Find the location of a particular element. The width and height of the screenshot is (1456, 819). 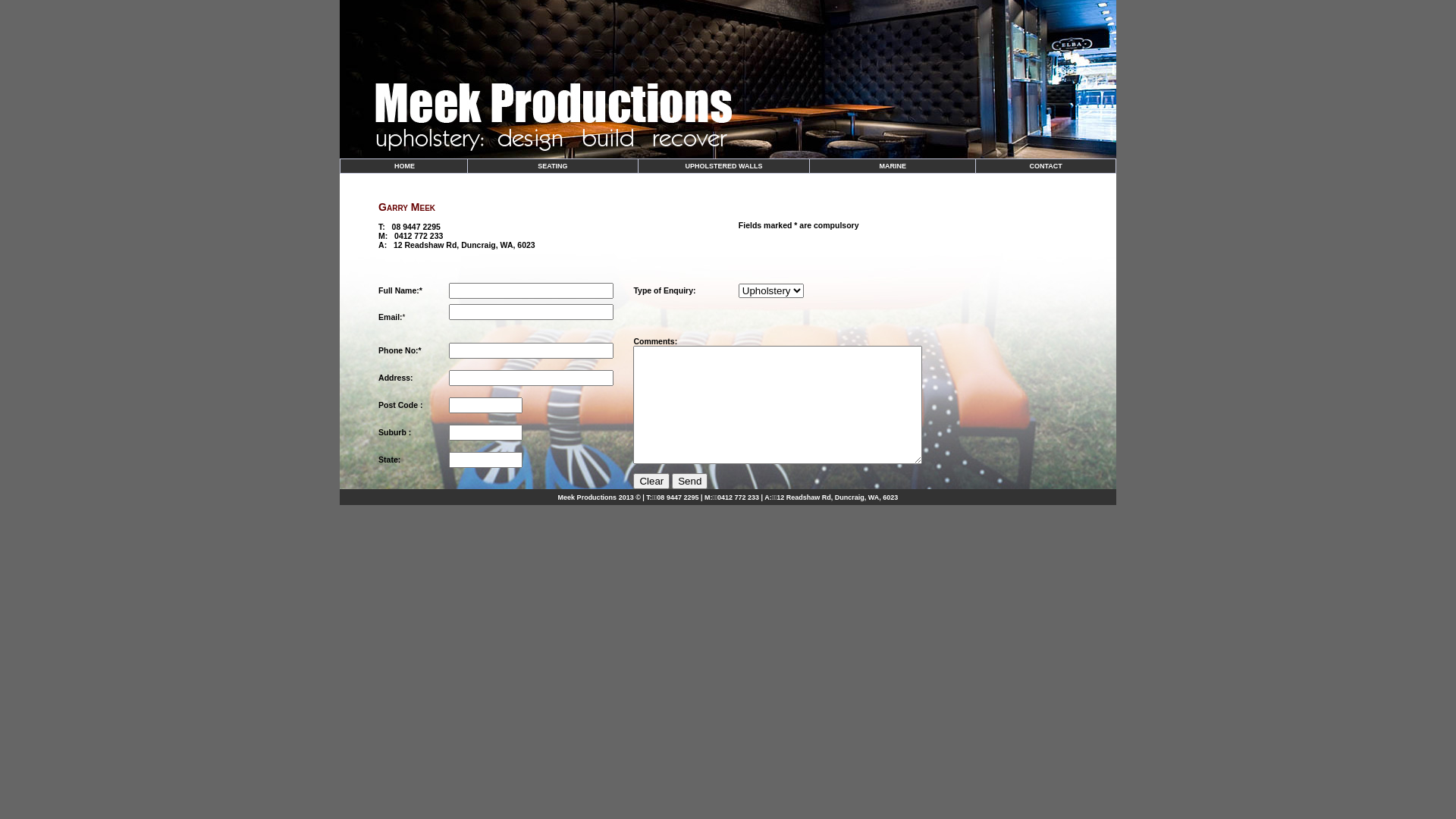

'Enter your Postcode' is located at coordinates (447, 404).